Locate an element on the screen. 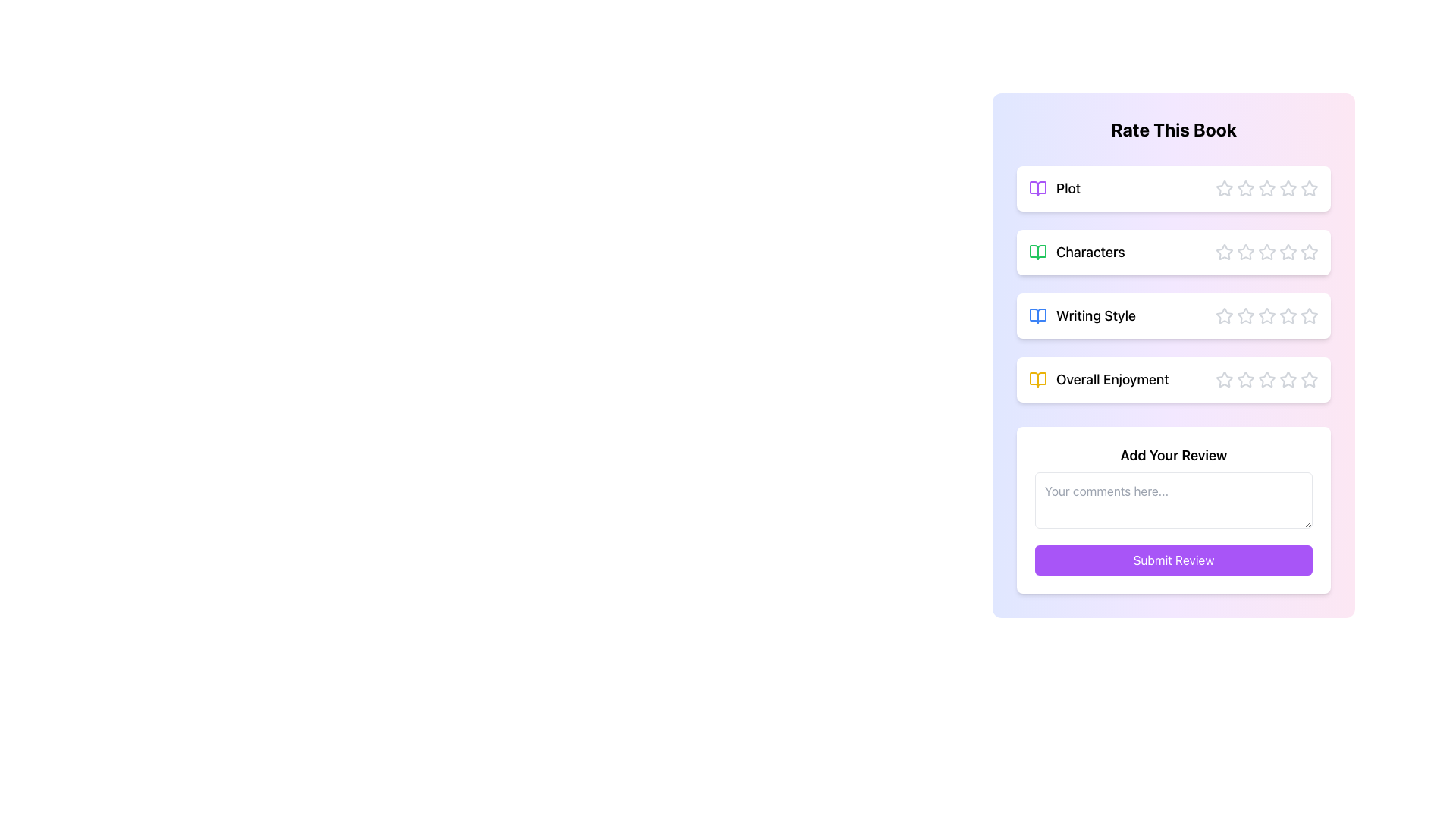  the first star icon is located at coordinates (1224, 315).